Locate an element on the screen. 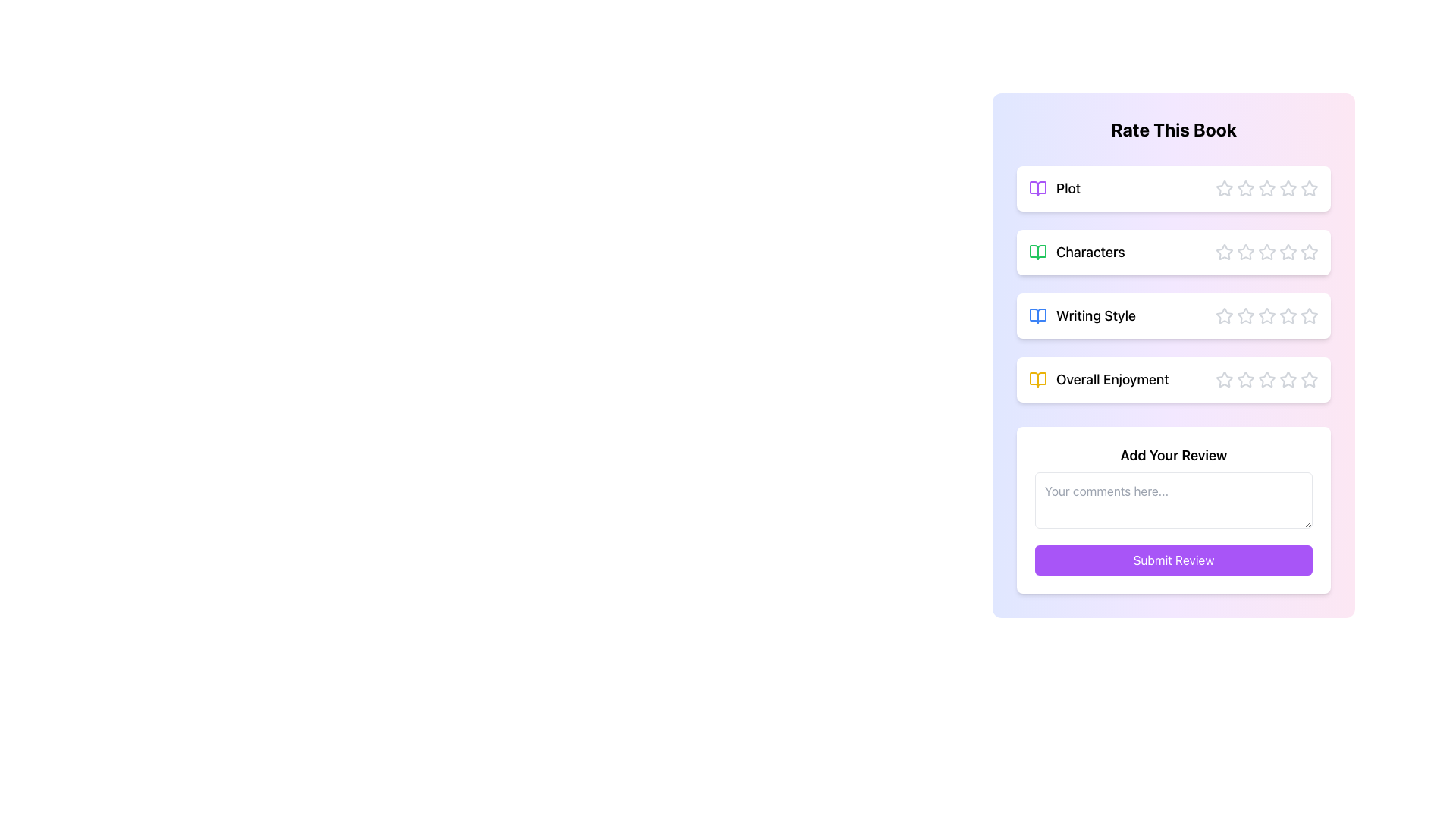  the first star icon is located at coordinates (1224, 315).